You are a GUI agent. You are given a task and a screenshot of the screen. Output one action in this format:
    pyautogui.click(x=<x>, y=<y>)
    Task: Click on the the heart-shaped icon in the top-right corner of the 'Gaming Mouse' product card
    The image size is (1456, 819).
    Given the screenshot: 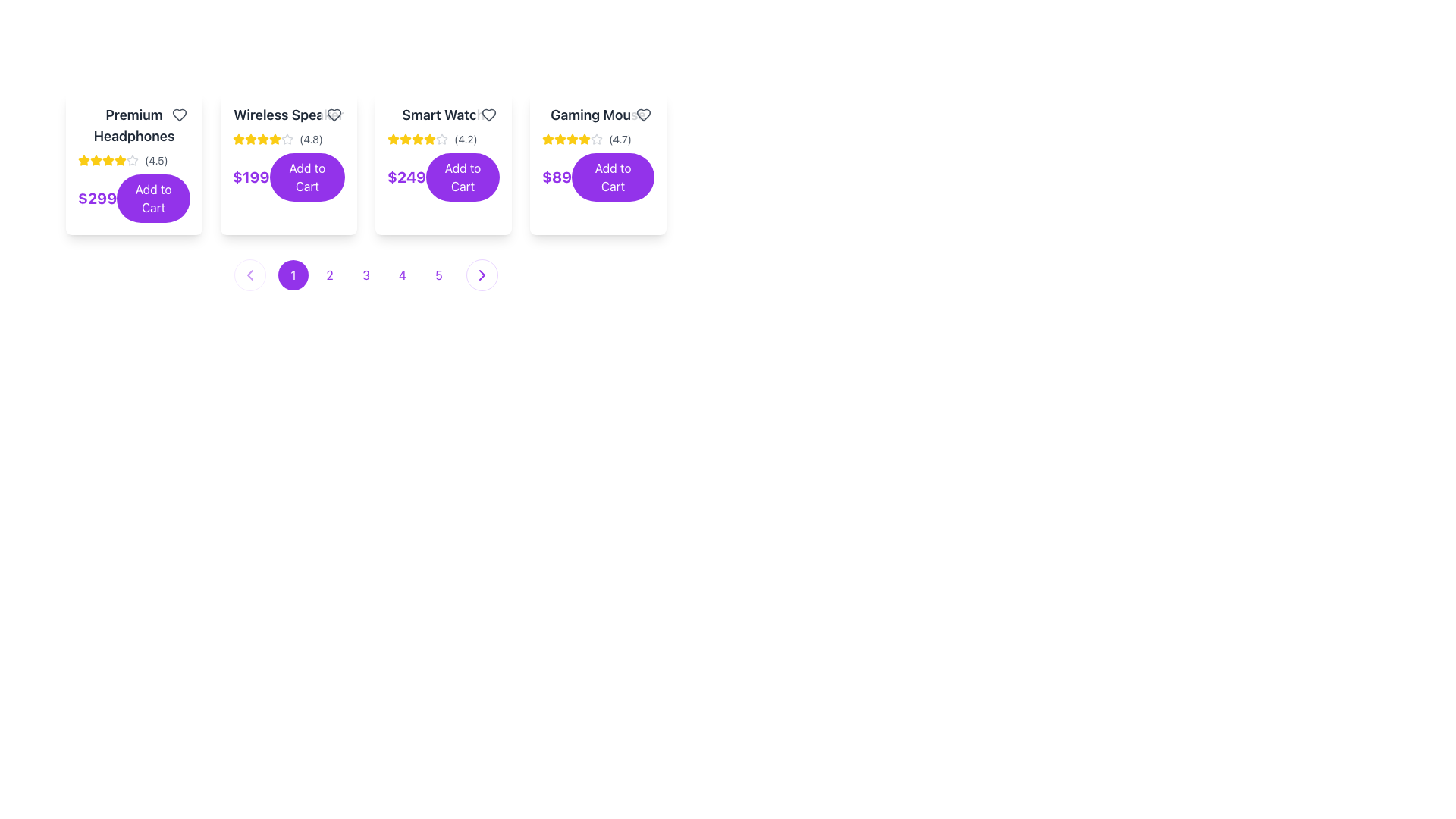 What is the action you would take?
    pyautogui.click(x=644, y=114)
    